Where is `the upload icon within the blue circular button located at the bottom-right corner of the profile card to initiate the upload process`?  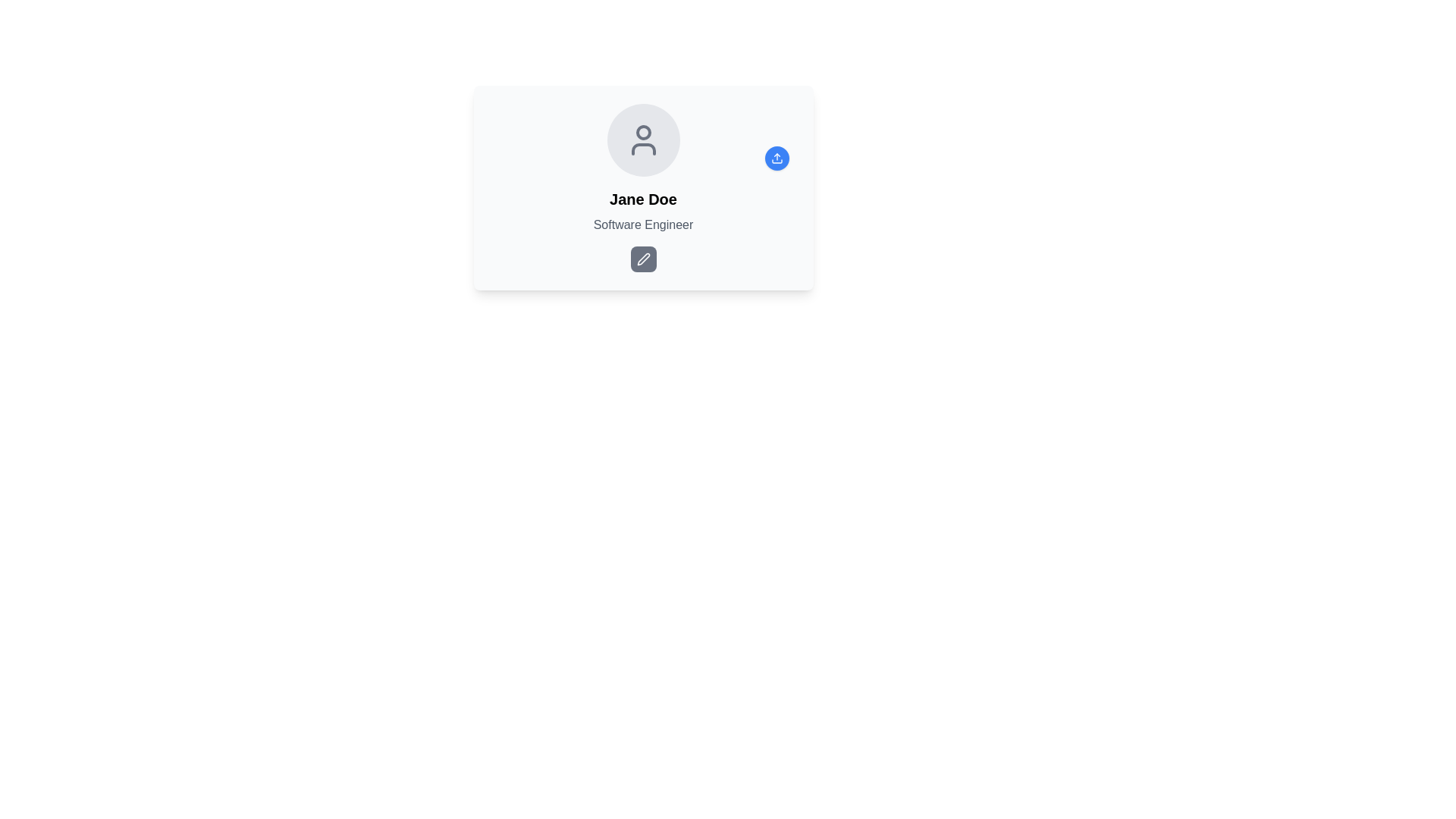 the upload icon within the blue circular button located at the bottom-right corner of the profile card to initiate the upload process is located at coordinates (777, 158).